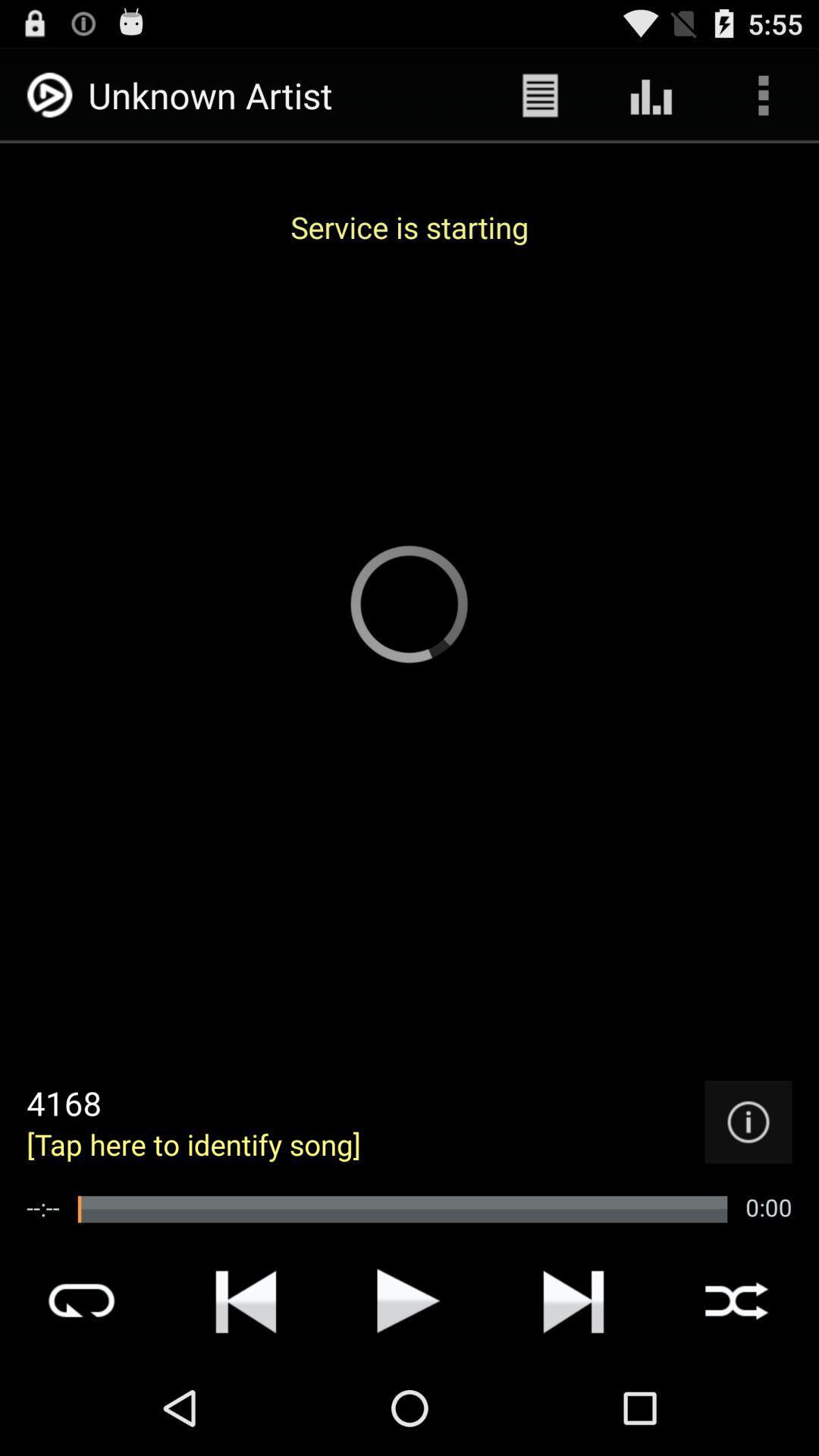 The image size is (819, 1456). I want to click on info option, so click(748, 1122).